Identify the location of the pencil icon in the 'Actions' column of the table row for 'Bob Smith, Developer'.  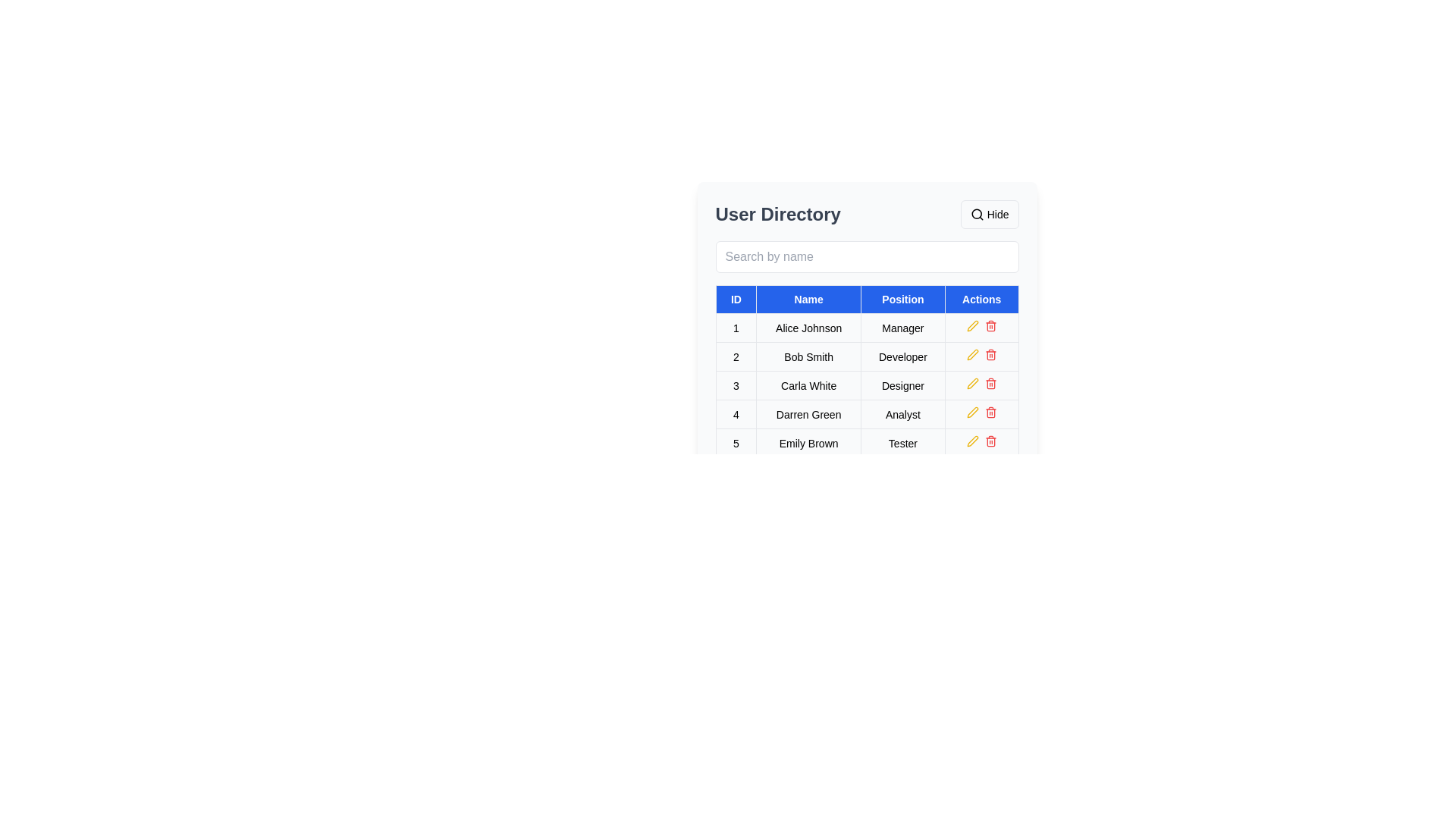
(972, 325).